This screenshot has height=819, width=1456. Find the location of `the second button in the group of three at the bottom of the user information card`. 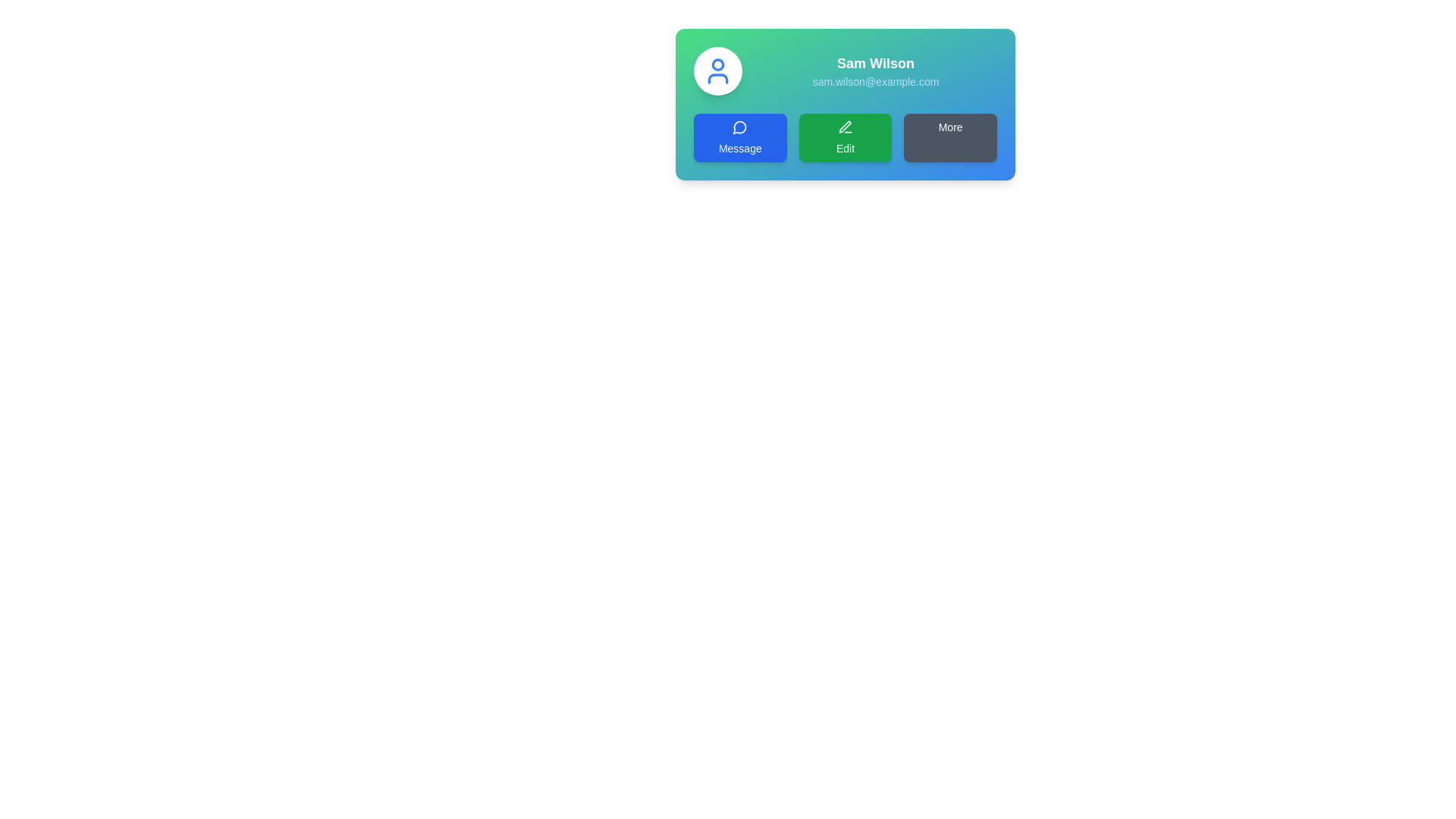

the second button in the group of three at the bottom of the user information card is located at coordinates (844, 137).